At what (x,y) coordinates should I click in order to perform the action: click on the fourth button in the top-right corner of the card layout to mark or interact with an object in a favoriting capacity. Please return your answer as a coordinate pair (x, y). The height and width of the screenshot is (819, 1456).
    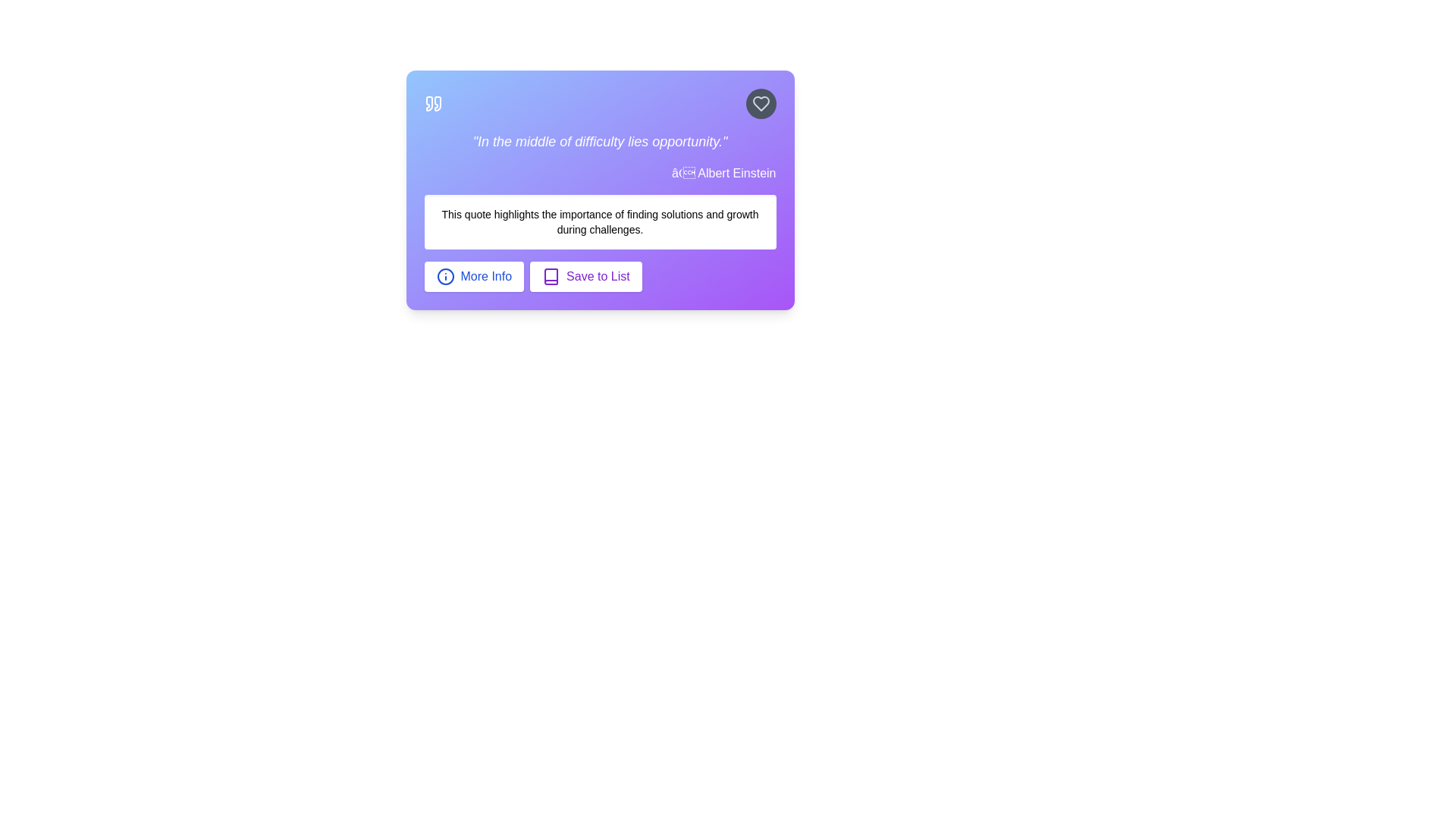
    Looking at the image, I should click on (761, 103).